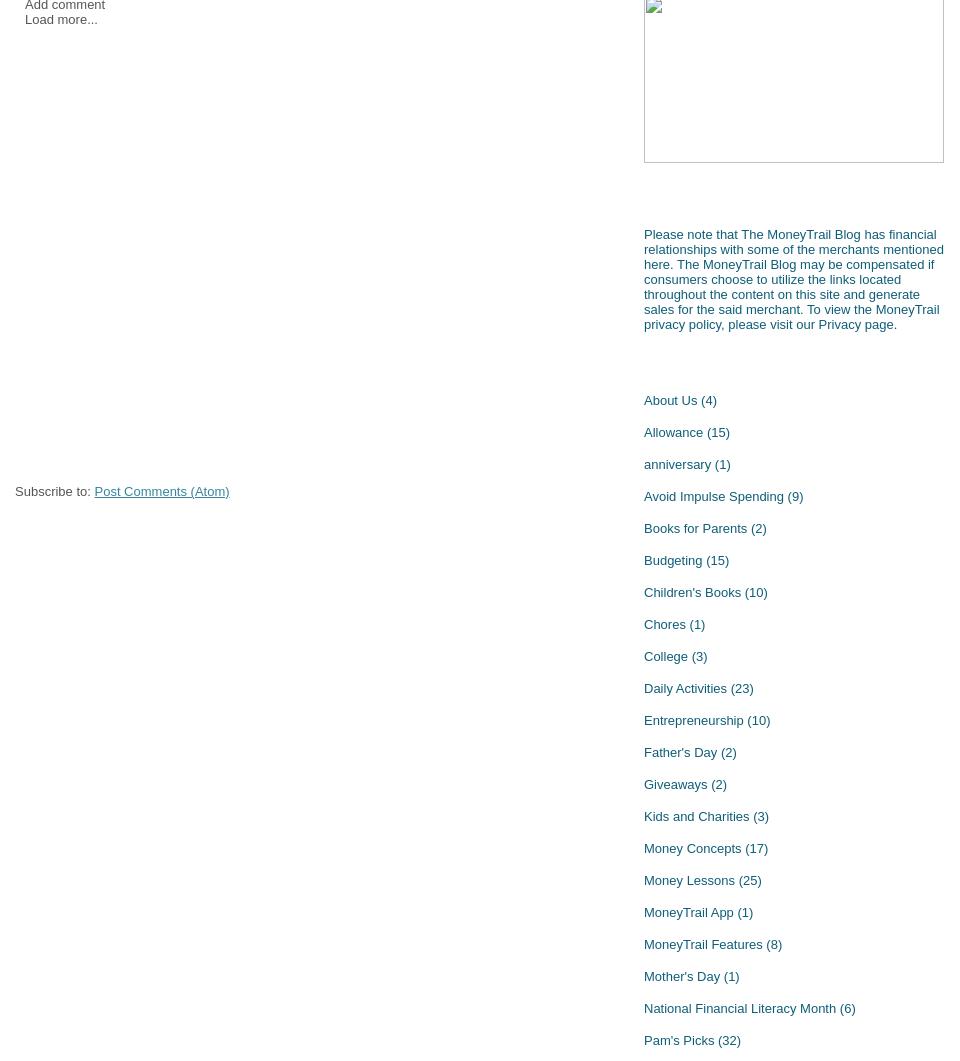  I want to click on 'Avoid Impulse Spending', so click(713, 495).